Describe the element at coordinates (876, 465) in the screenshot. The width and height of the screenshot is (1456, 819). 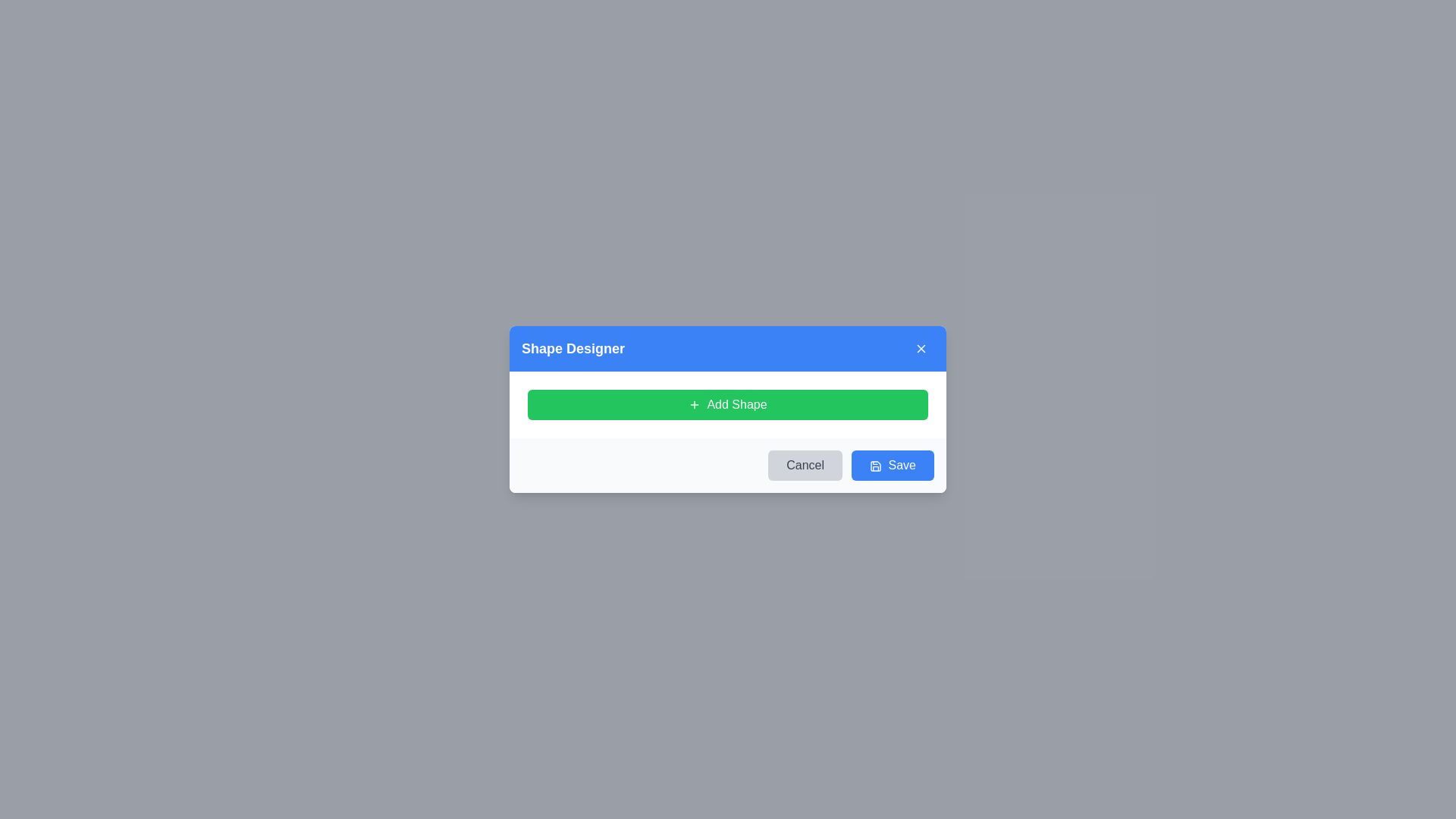
I see `the 'Save' icon, which is styled as a classic floppy disk shape and positioned to the left of the Save button text at the bottom-right of the dialog box` at that location.